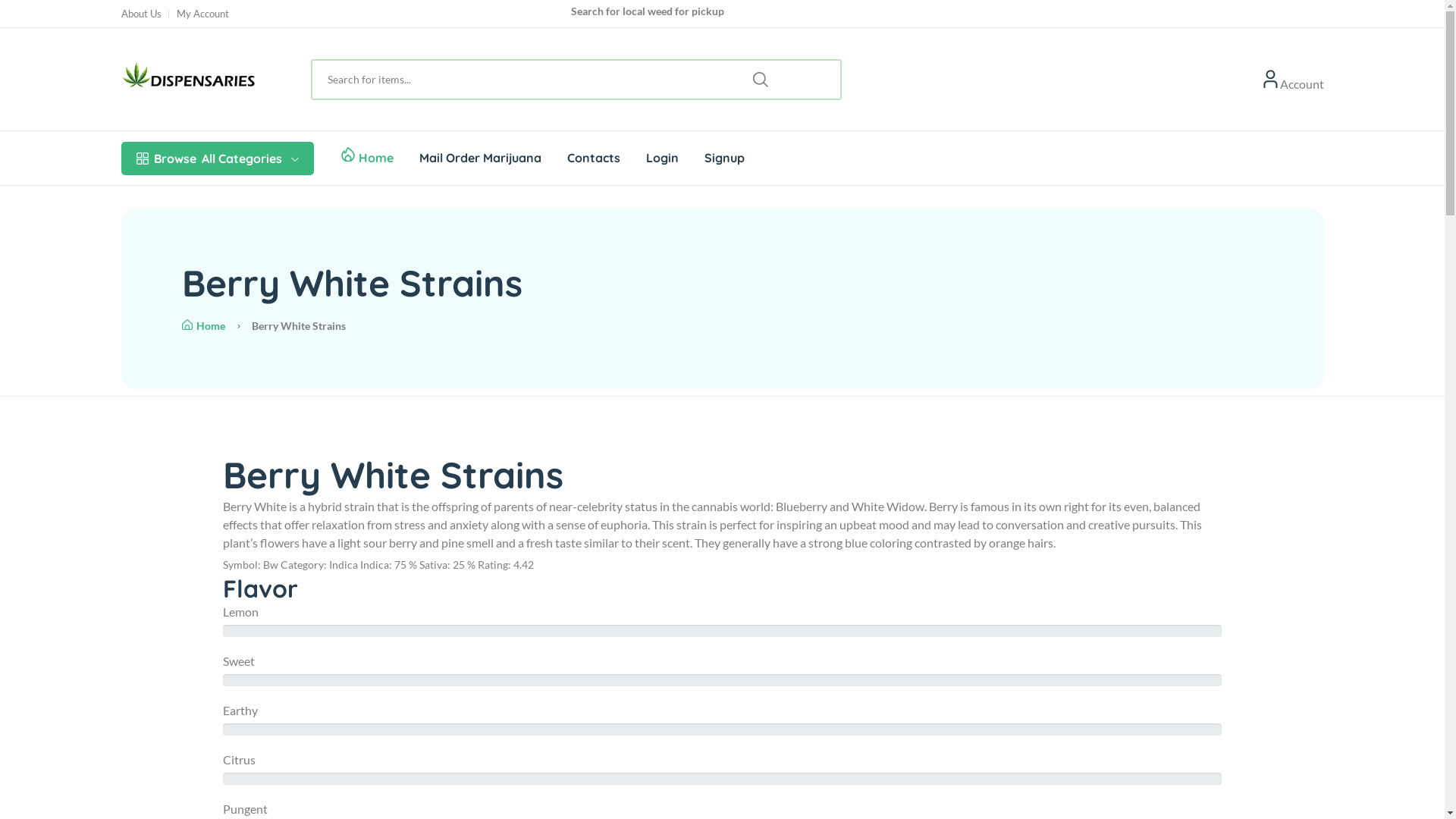  I want to click on 'Mail Order Marijuana', so click(479, 158).